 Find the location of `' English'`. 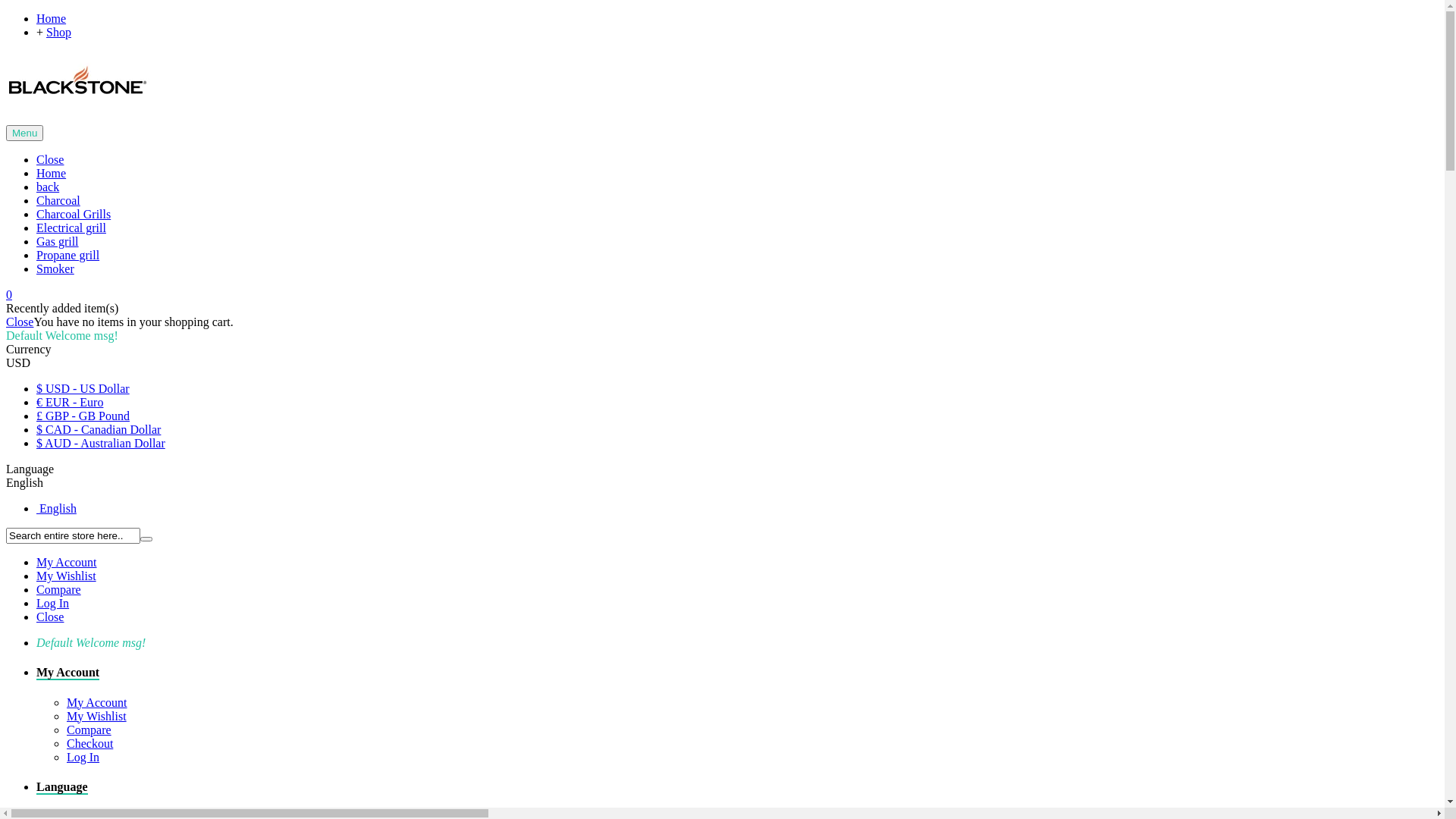

' English' is located at coordinates (36, 508).